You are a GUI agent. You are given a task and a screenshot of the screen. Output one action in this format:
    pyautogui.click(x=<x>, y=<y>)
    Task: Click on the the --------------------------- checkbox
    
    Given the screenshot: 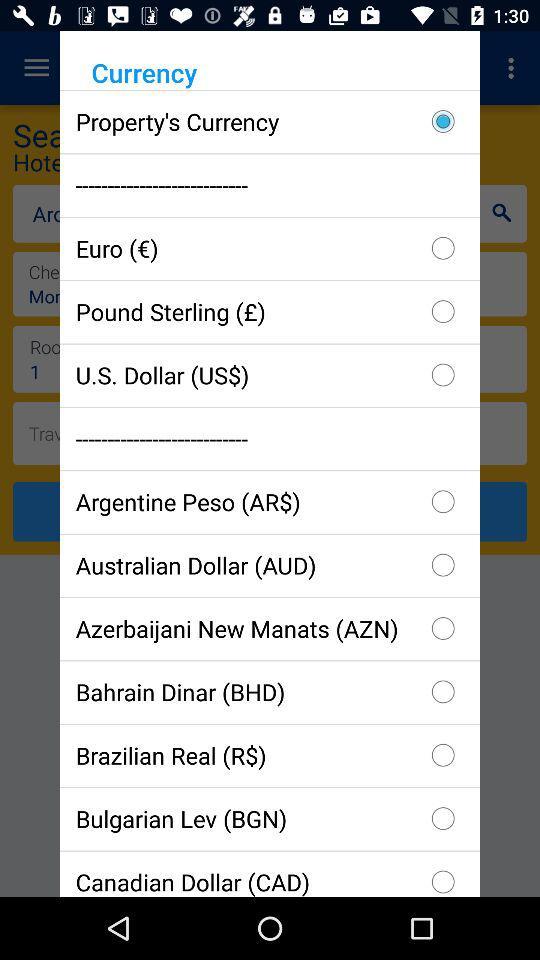 What is the action you would take?
    pyautogui.click(x=270, y=185)
    